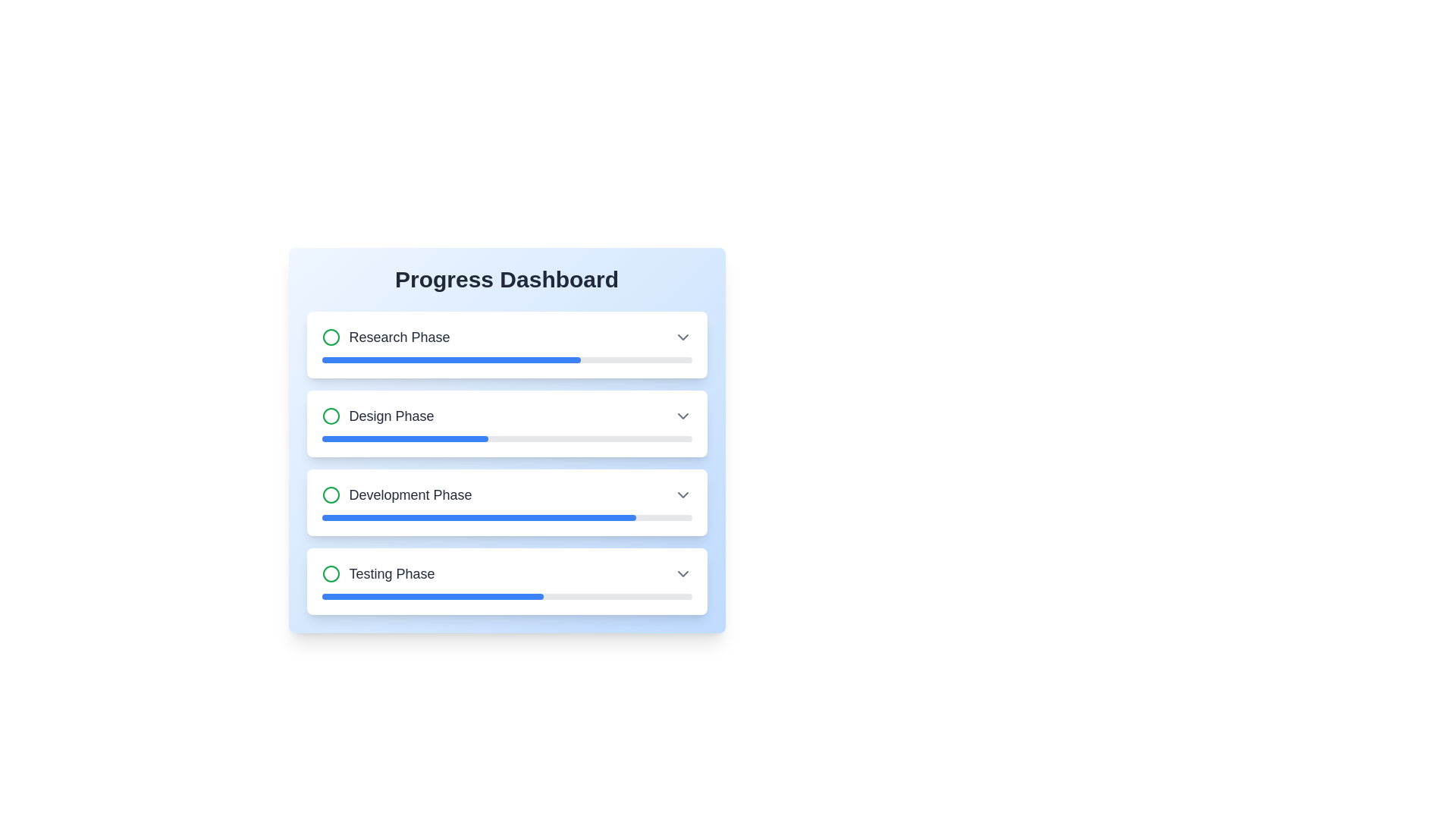 The image size is (1456, 819). What do you see at coordinates (507, 462) in the screenshot?
I see `the third progress list item in the 'Progress Dashboard'` at bounding box center [507, 462].